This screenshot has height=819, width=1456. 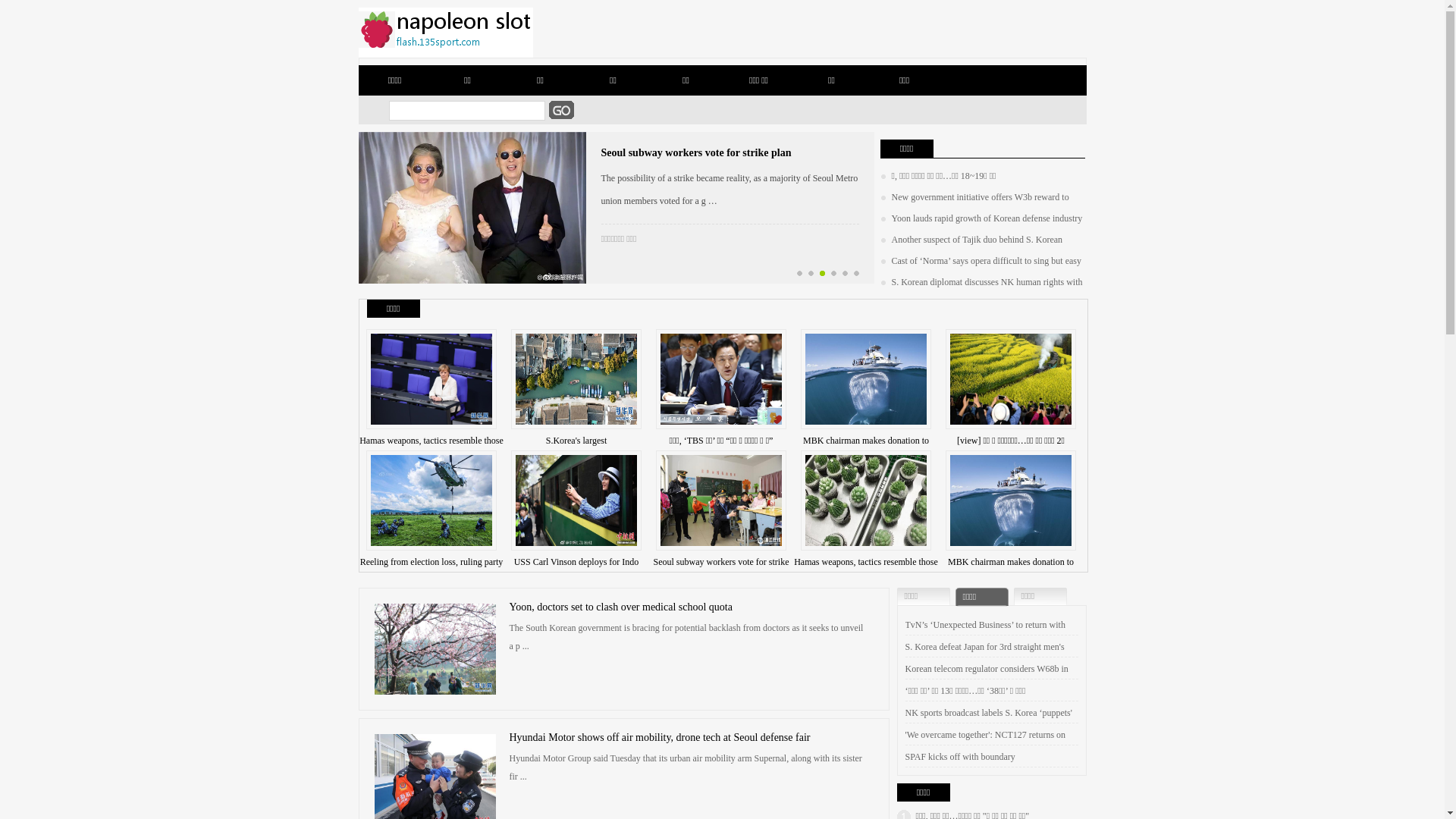 What do you see at coordinates (959, 757) in the screenshot?
I see `'SPAF kicks off with boundary'` at bounding box center [959, 757].